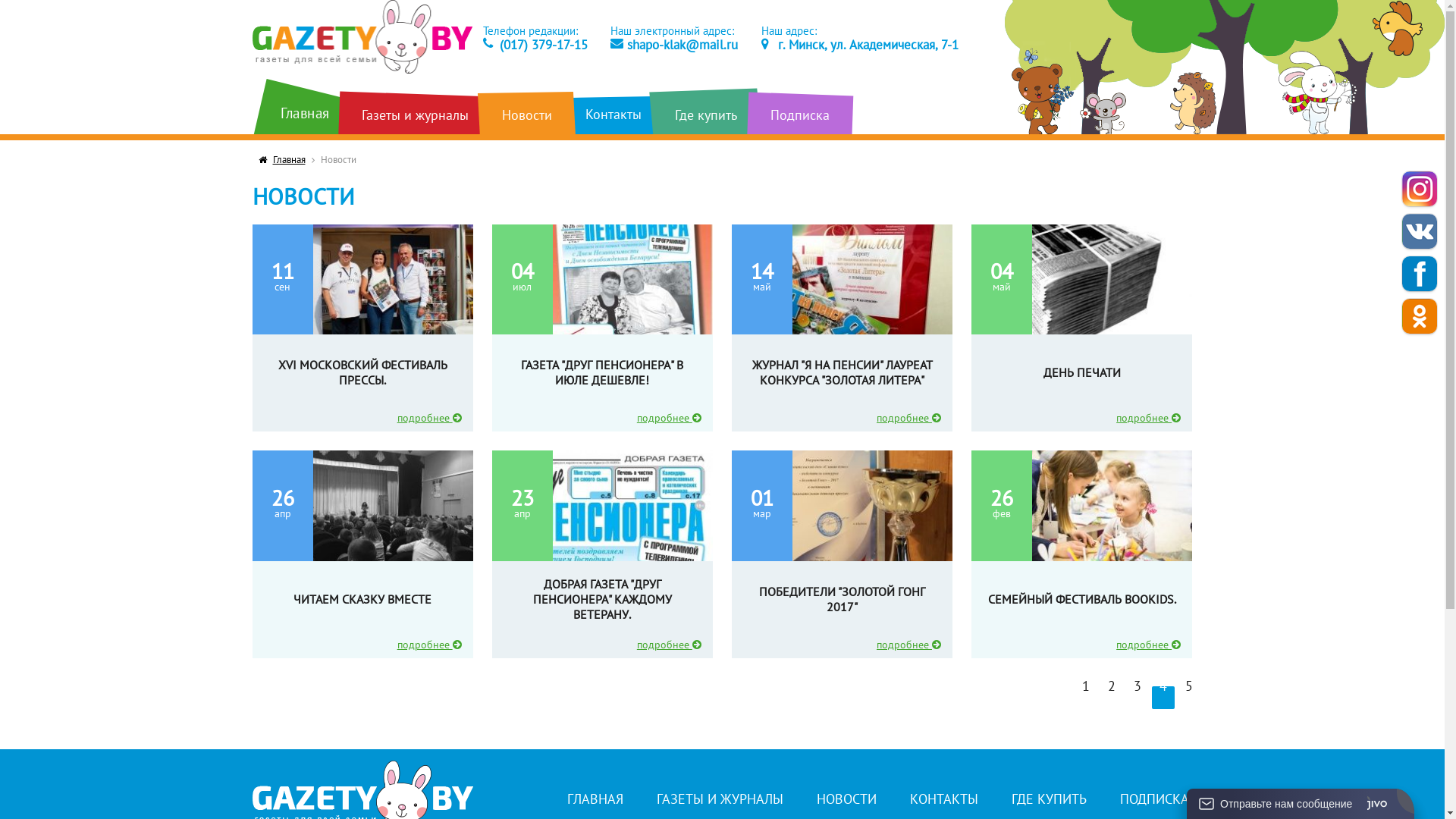 The width and height of the screenshot is (1456, 819). I want to click on '1', so click(1073, 698).